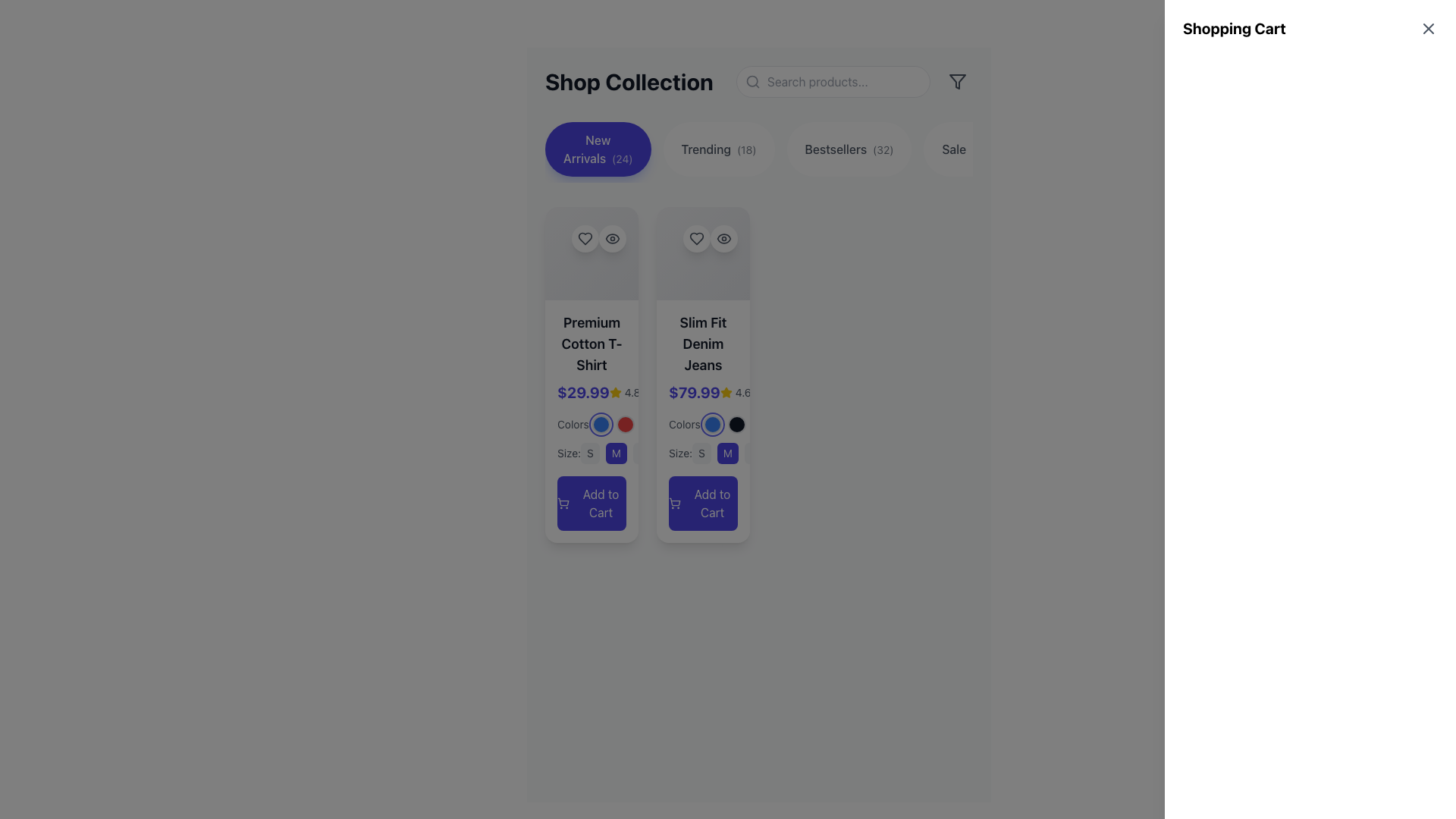  Describe the element at coordinates (702, 452) in the screenshot. I see `the size selection button labeled 'S', which is the first in a list of four size options located` at that location.